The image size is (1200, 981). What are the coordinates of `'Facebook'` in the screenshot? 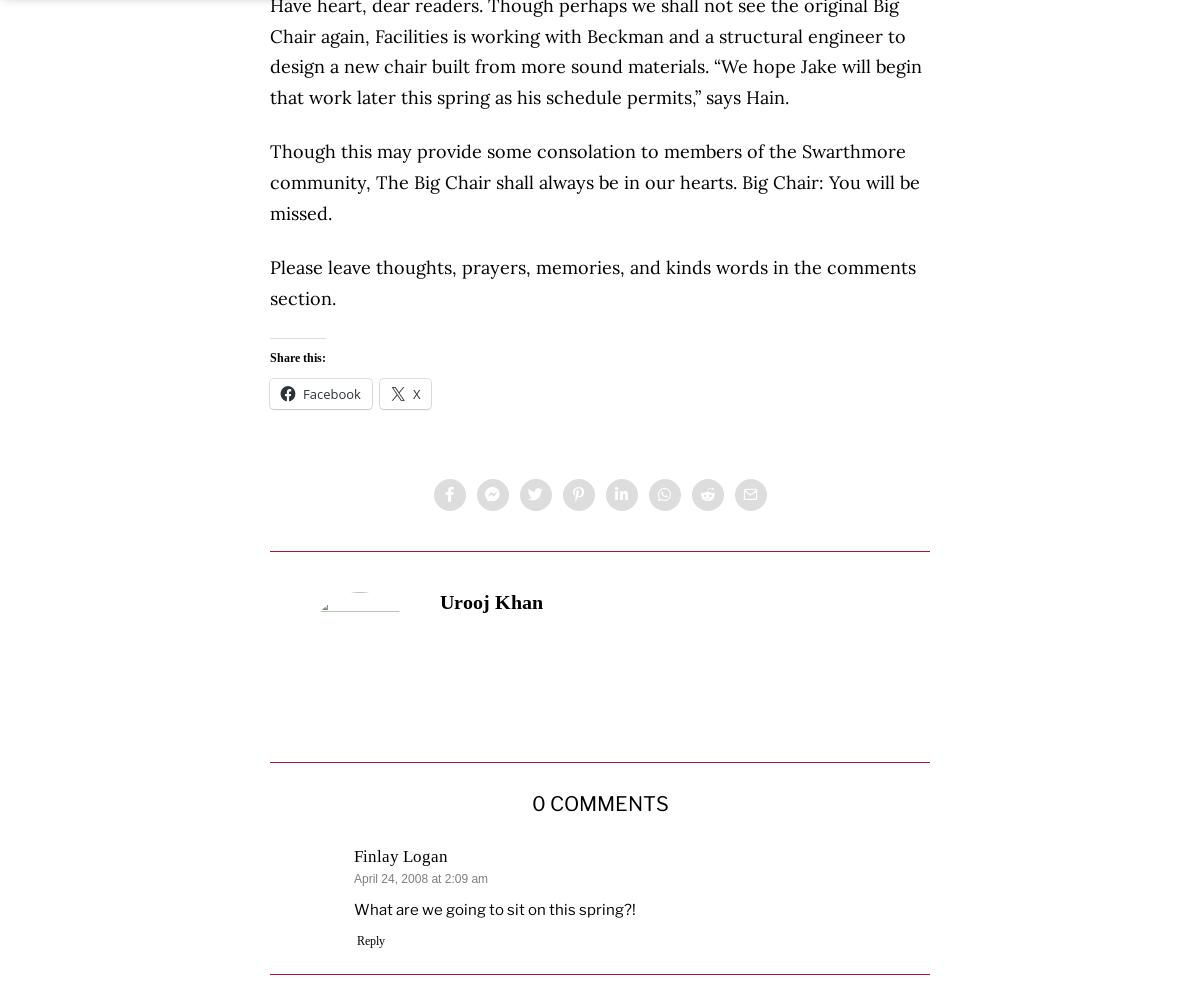 It's located at (331, 391).